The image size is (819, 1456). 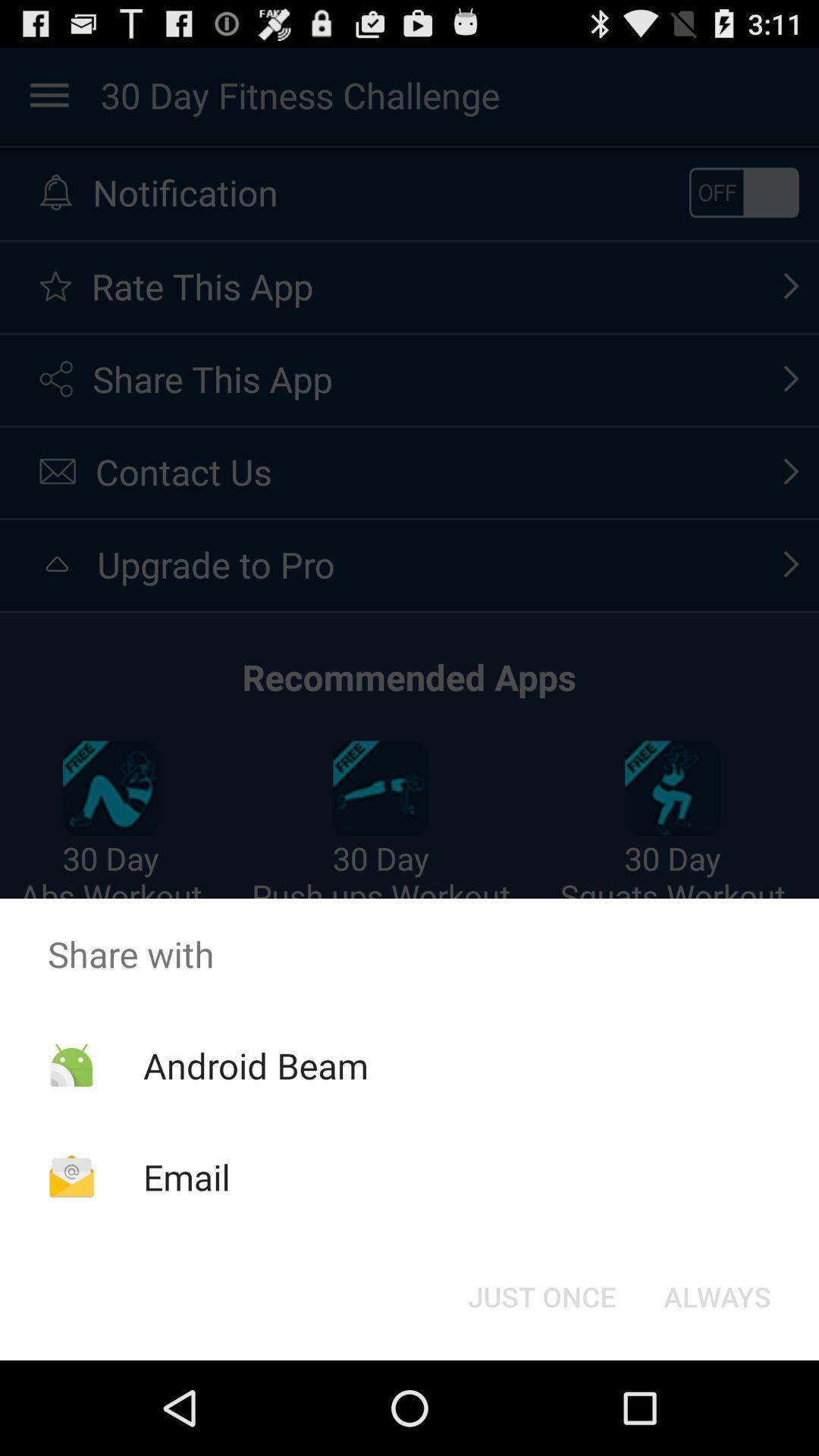 What do you see at coordinates (541, 1295) in the screenshot?
I see `the just once button` at bounding box center [541, 1295].